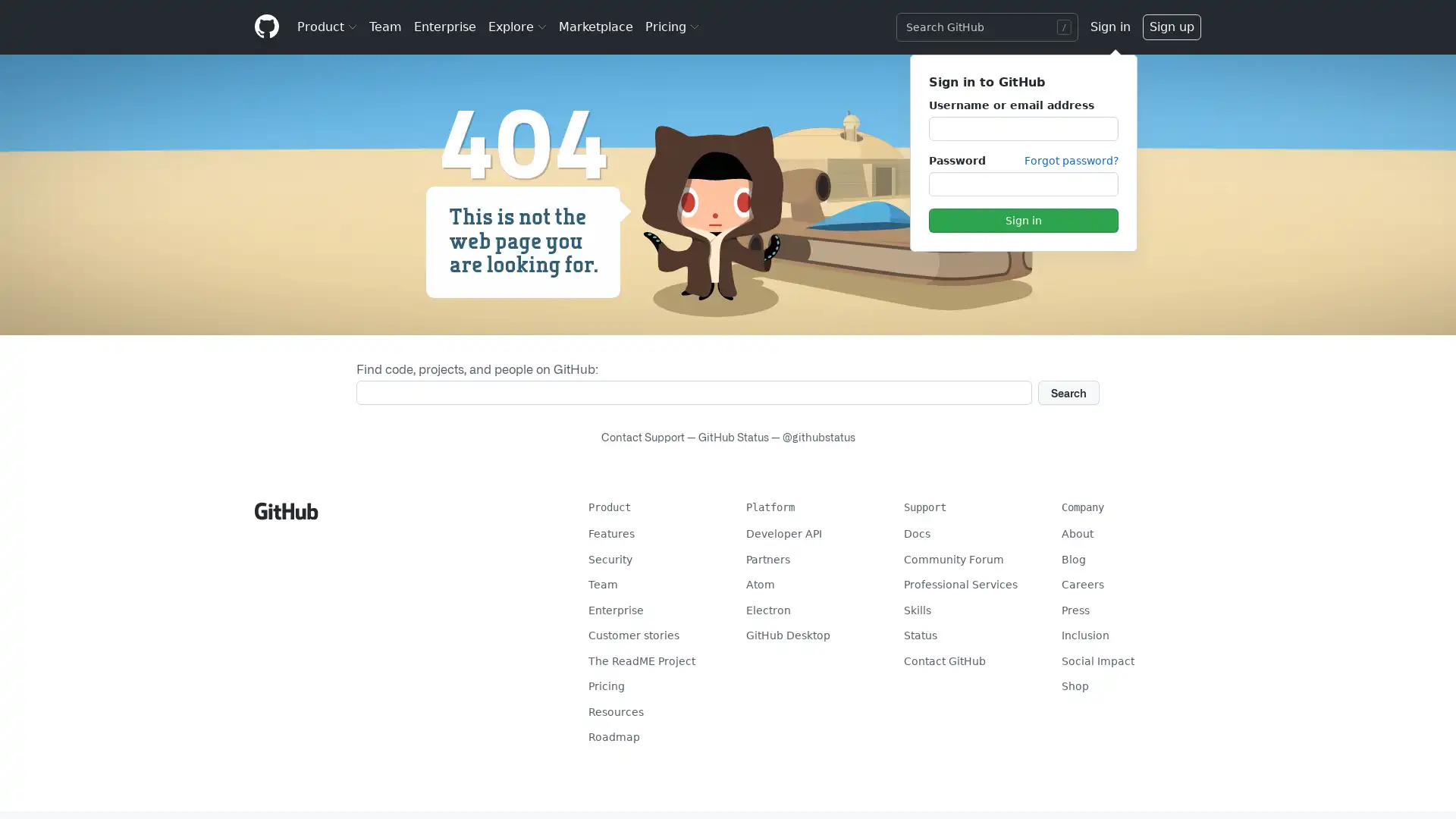 The image size is (1456, 819). Describe the element at coordinates (1068, 391) in the screenshot. I see `Search` at that location.